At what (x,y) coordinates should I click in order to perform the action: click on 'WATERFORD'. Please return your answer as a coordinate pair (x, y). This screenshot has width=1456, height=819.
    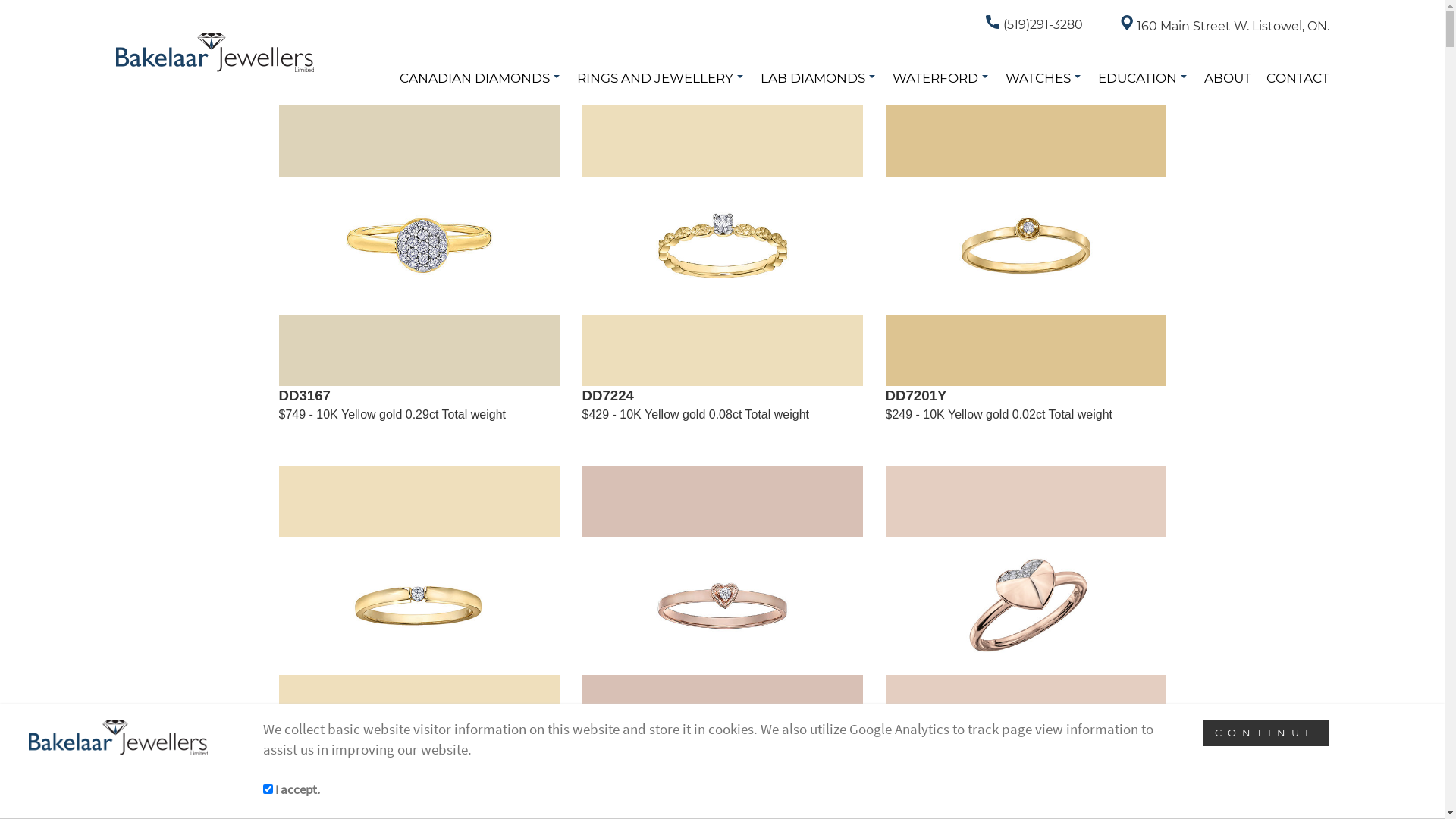
    Looking at the image, I should click on (892, 78).